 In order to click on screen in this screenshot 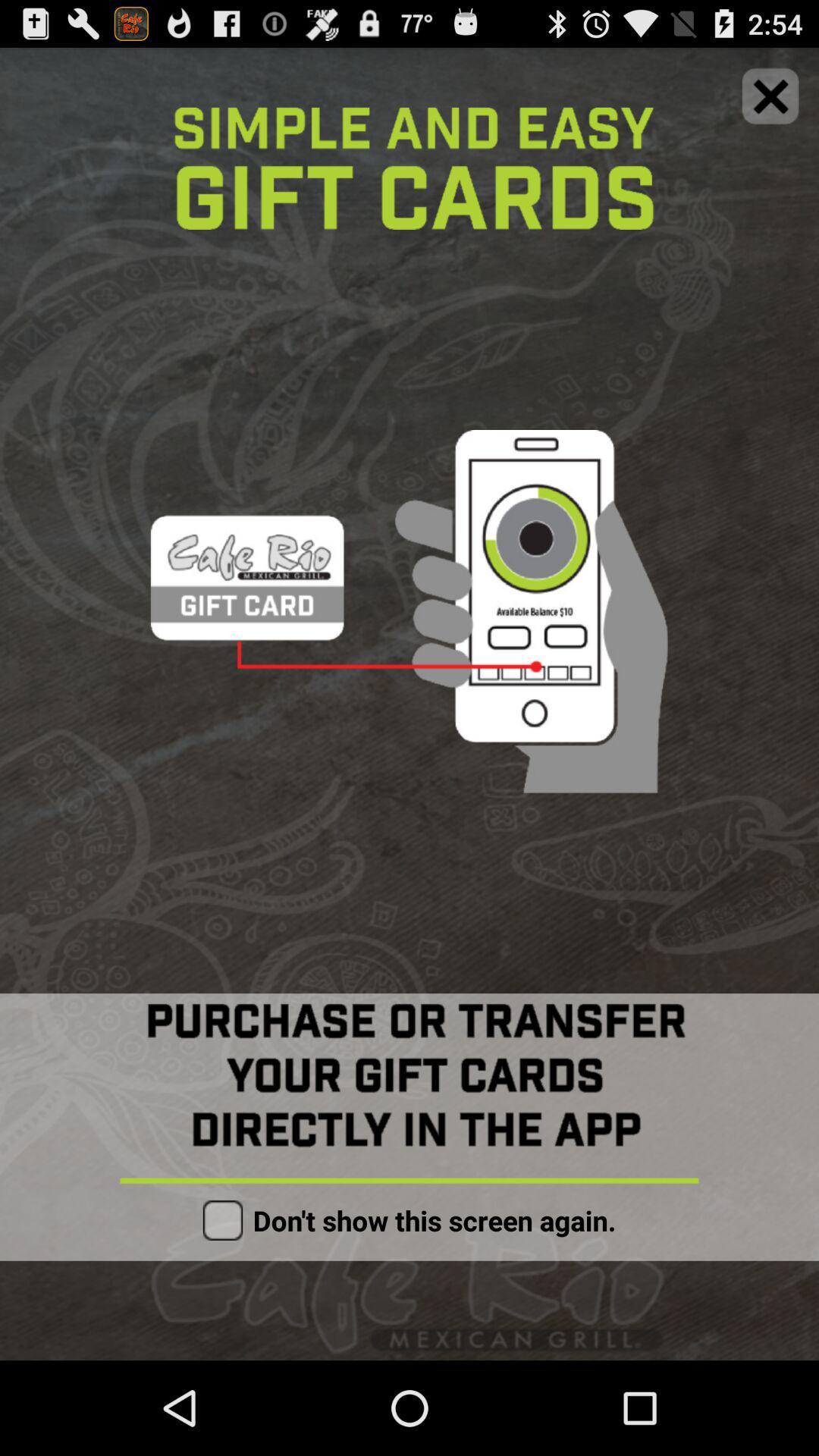, I will do `click(770, 95)`.